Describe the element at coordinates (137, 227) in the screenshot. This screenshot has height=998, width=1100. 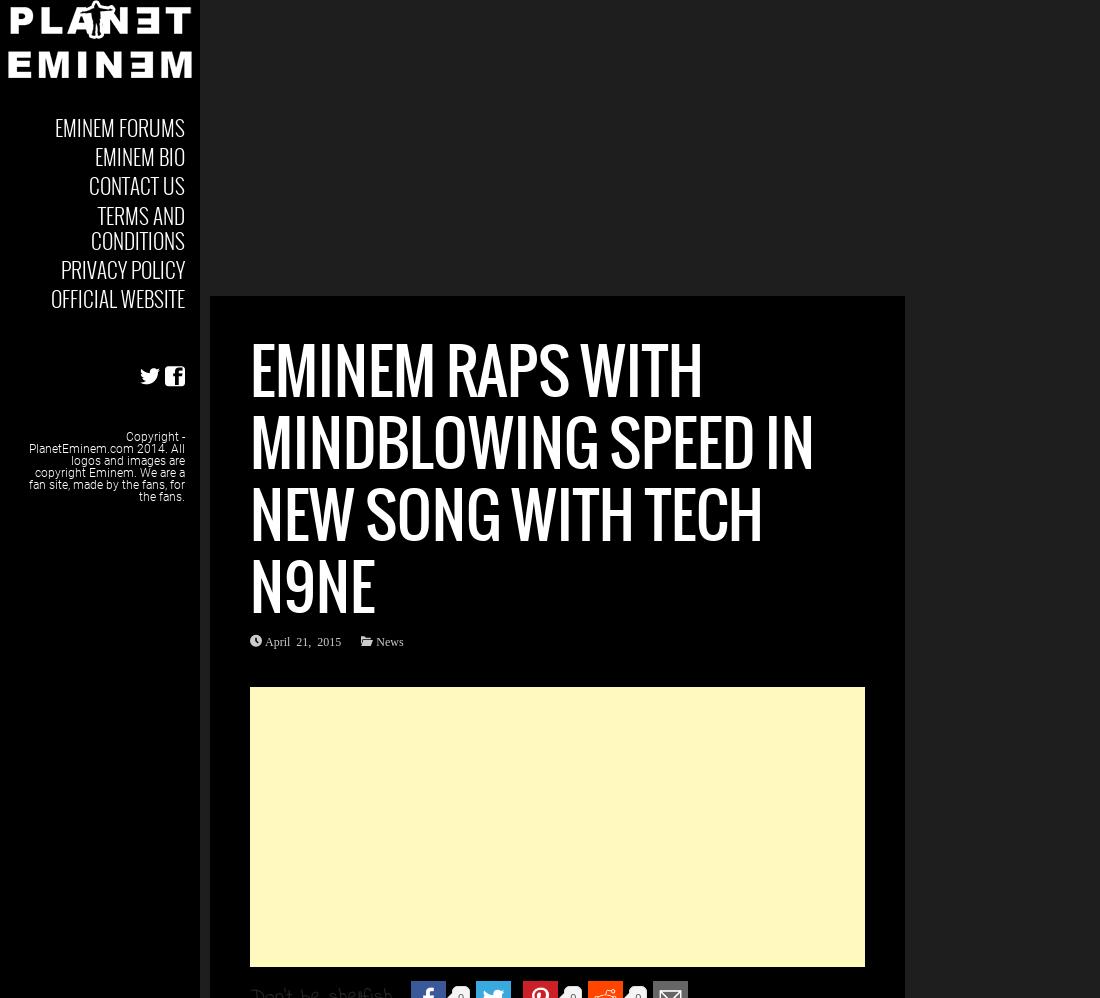
I see `'Terms and Conditions'` at that location.